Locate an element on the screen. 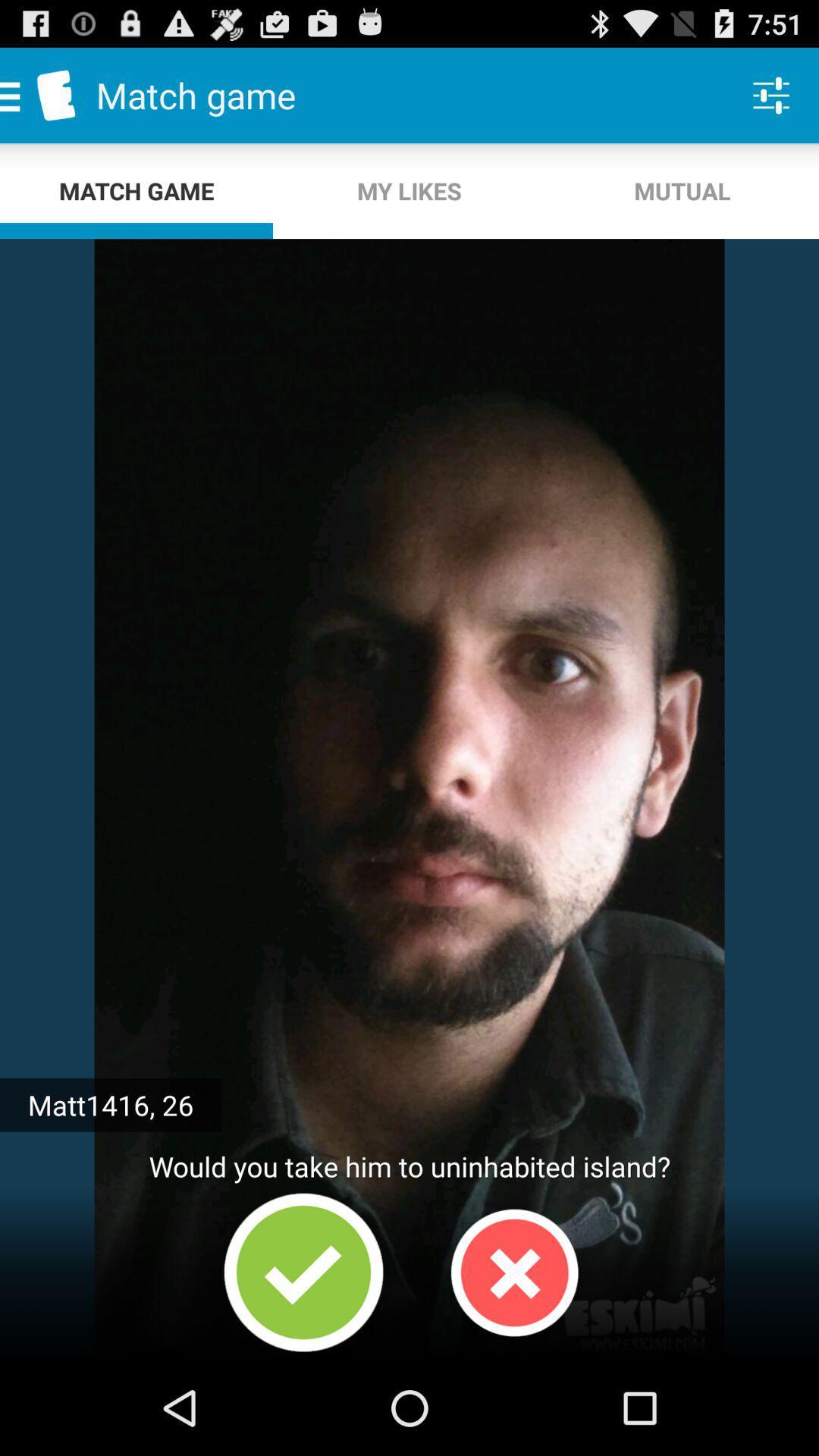 This screenshot has width=819, height=1456. deny is located at coordinates (513, 1272).